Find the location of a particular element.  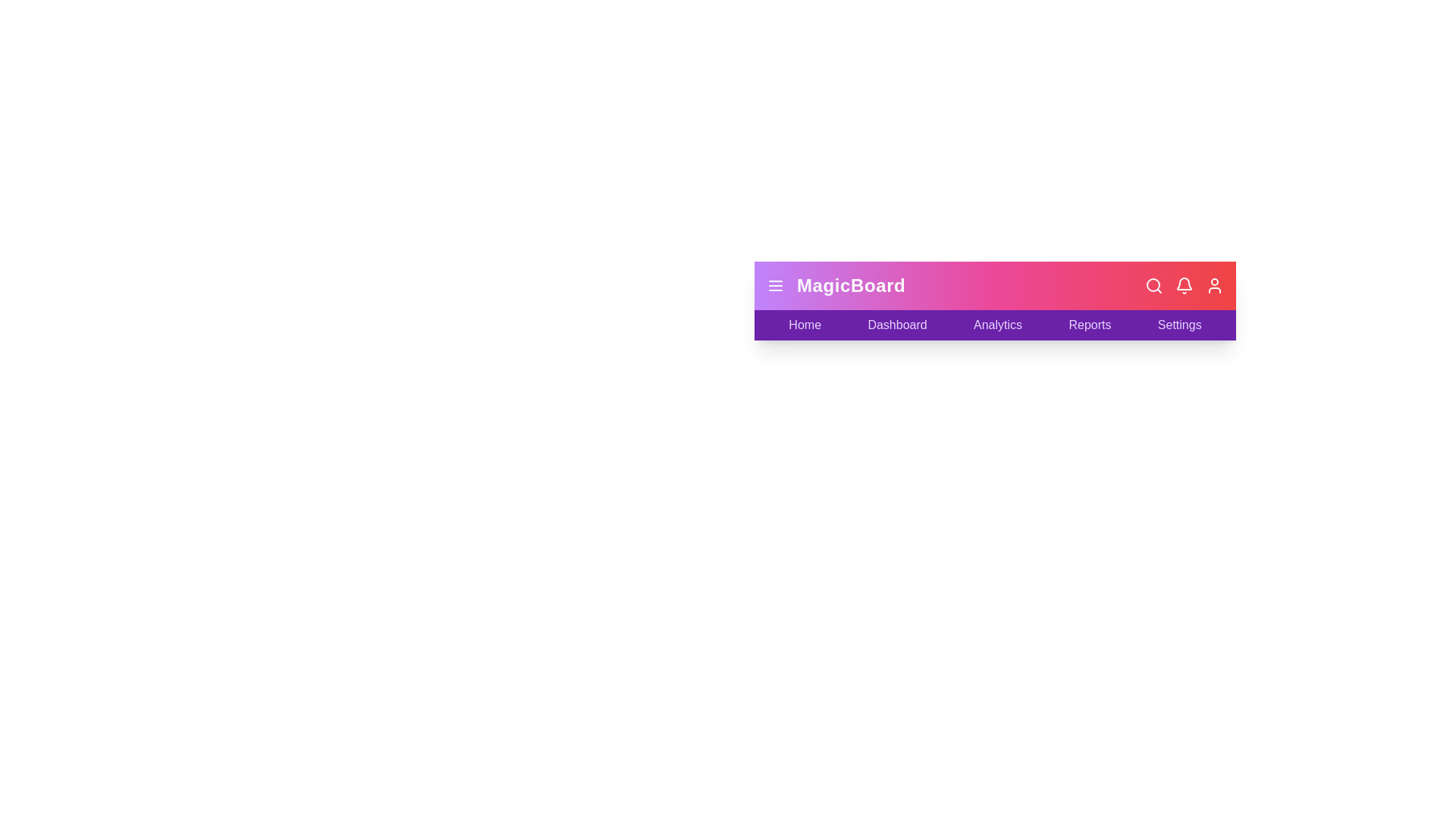

the Home label to navigate to the respective section is located at coordinates (803, 324).